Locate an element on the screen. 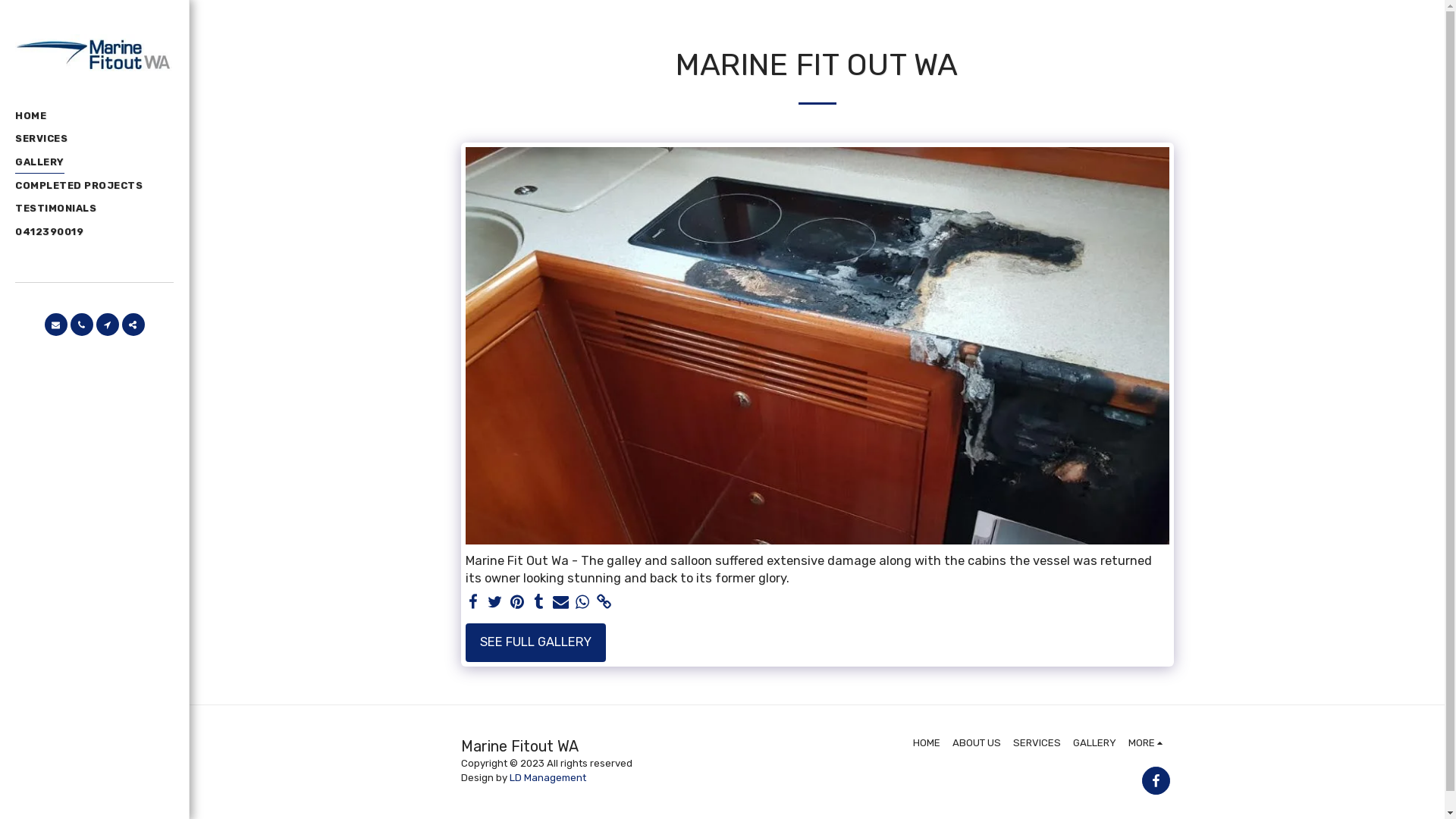  ' ' is located at coordinates (596, 601).